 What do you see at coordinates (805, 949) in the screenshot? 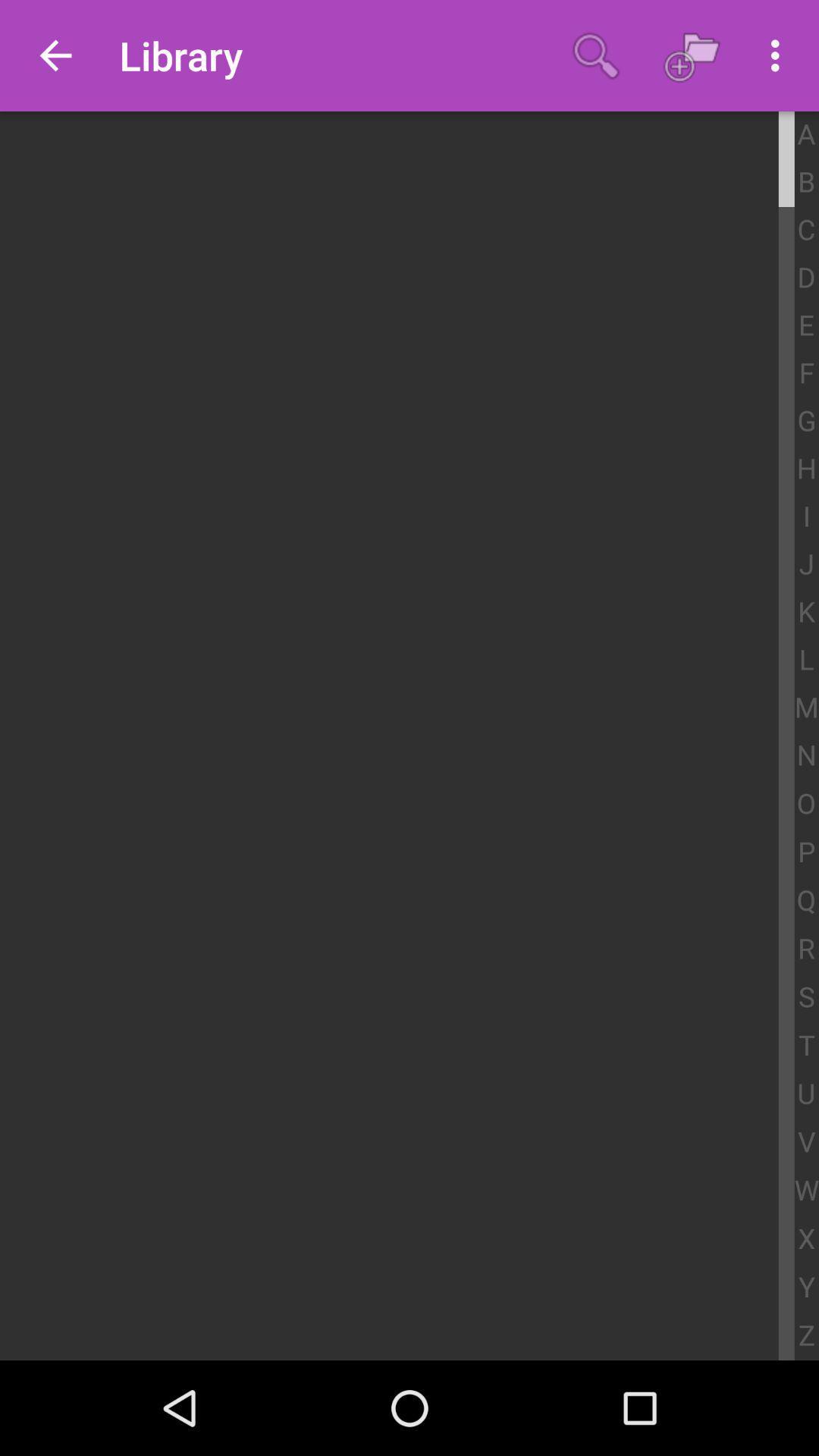
I see `app above s app` at bounding box center [805, 949].